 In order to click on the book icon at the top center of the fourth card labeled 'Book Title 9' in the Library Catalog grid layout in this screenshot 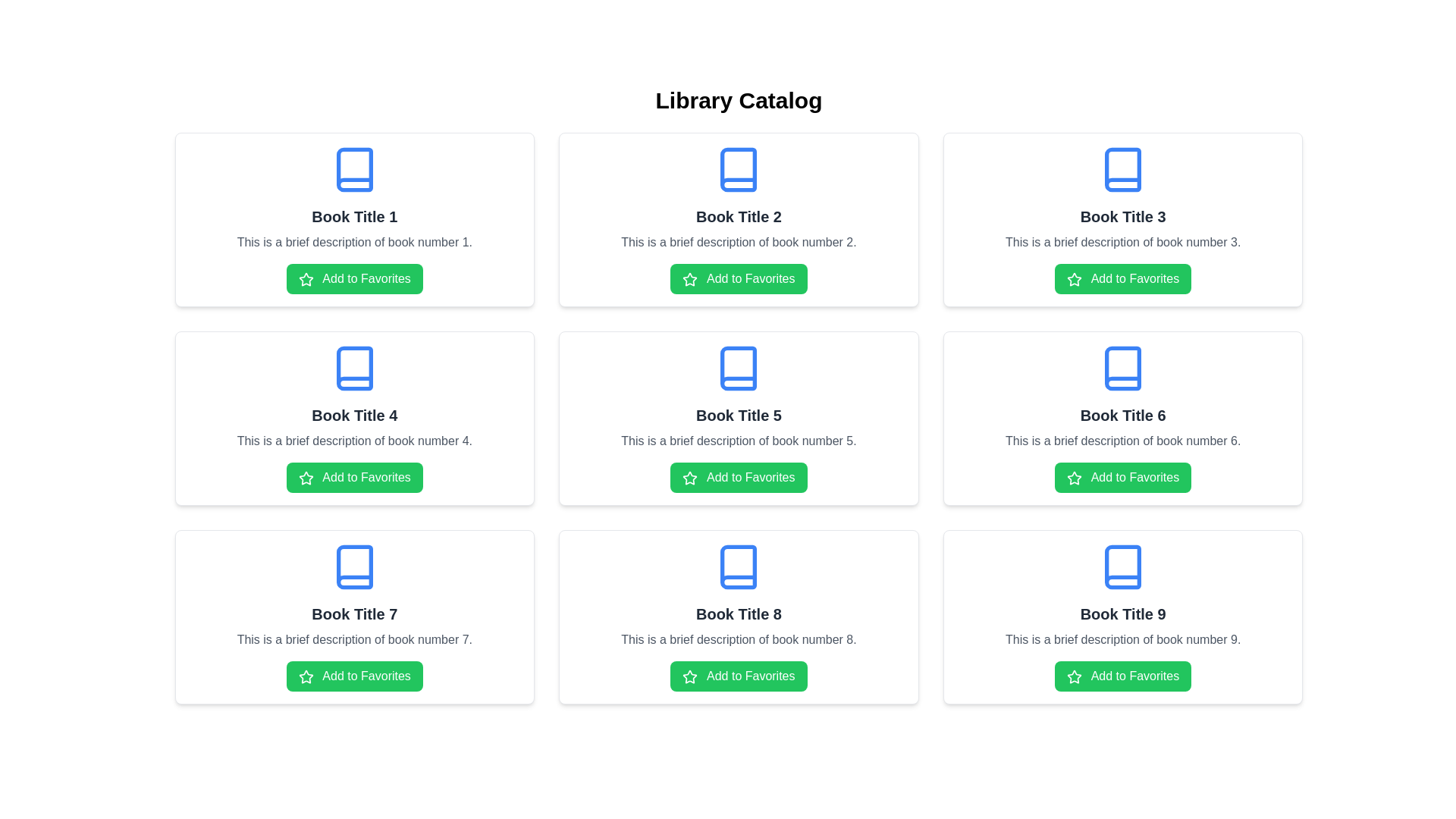, I will do `click(1123, 567)`.